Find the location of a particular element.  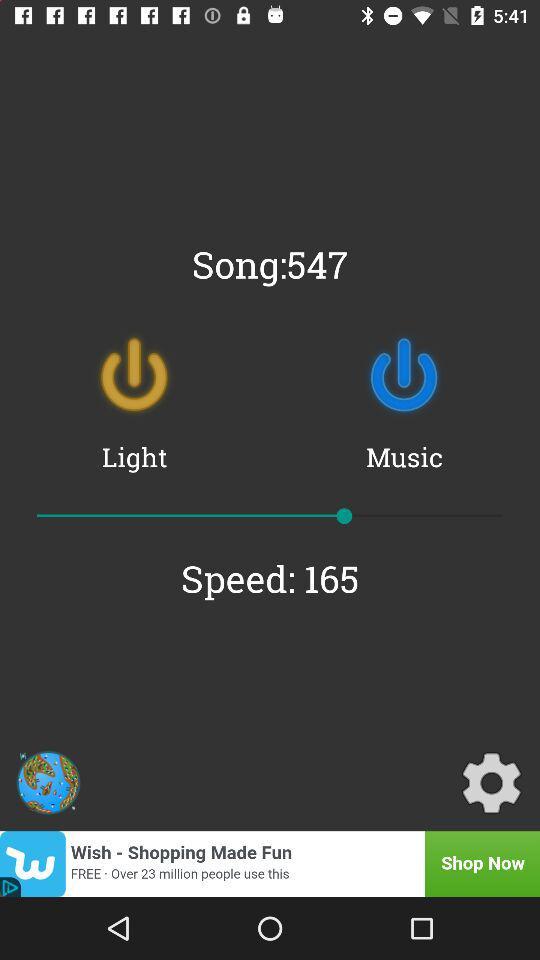

icon above the music item is located at coordinates (404, 374).